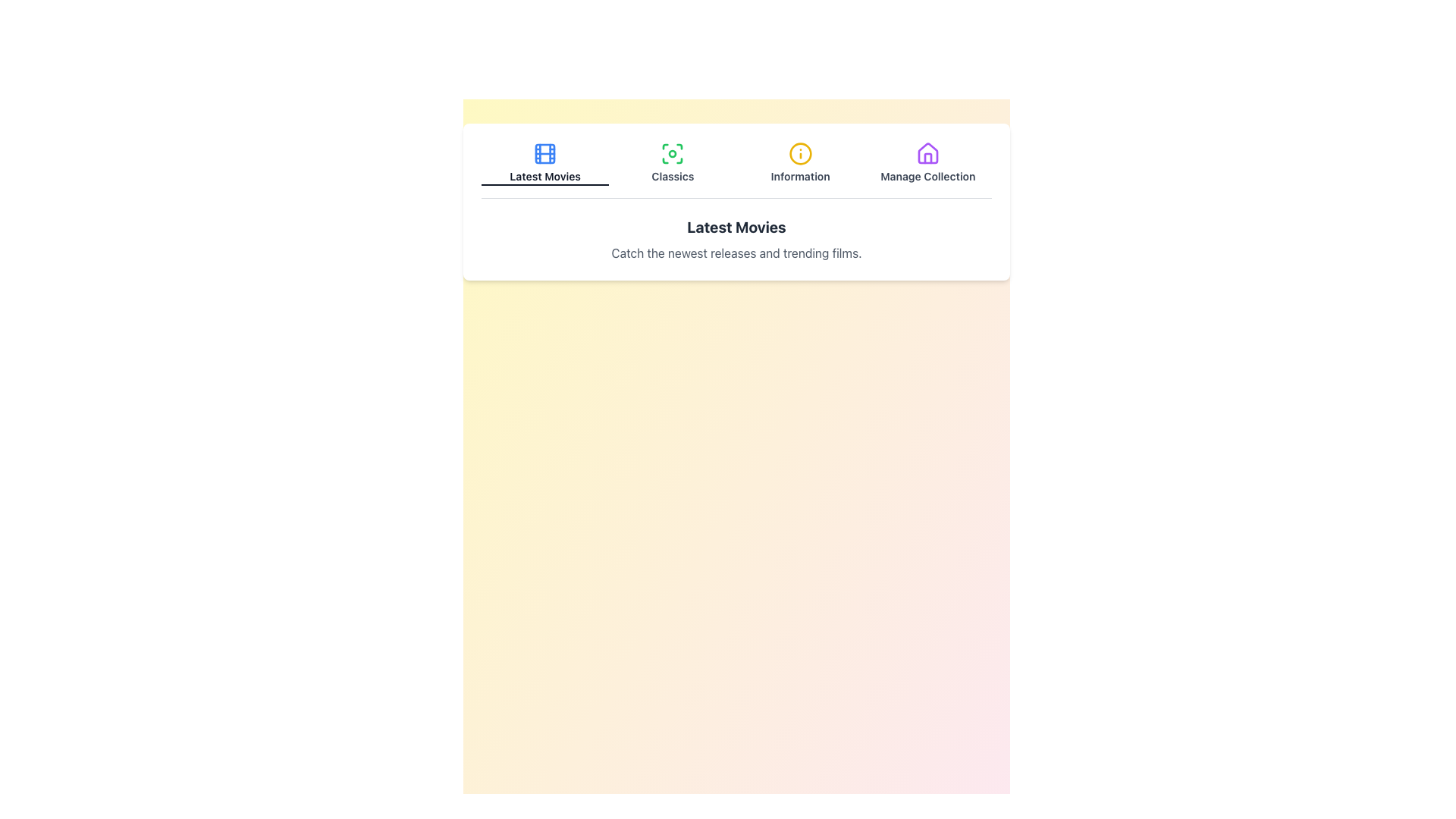  Describe the element at coordinates (927, 154) in the screenshot. I see `the purple house icon` at that location.